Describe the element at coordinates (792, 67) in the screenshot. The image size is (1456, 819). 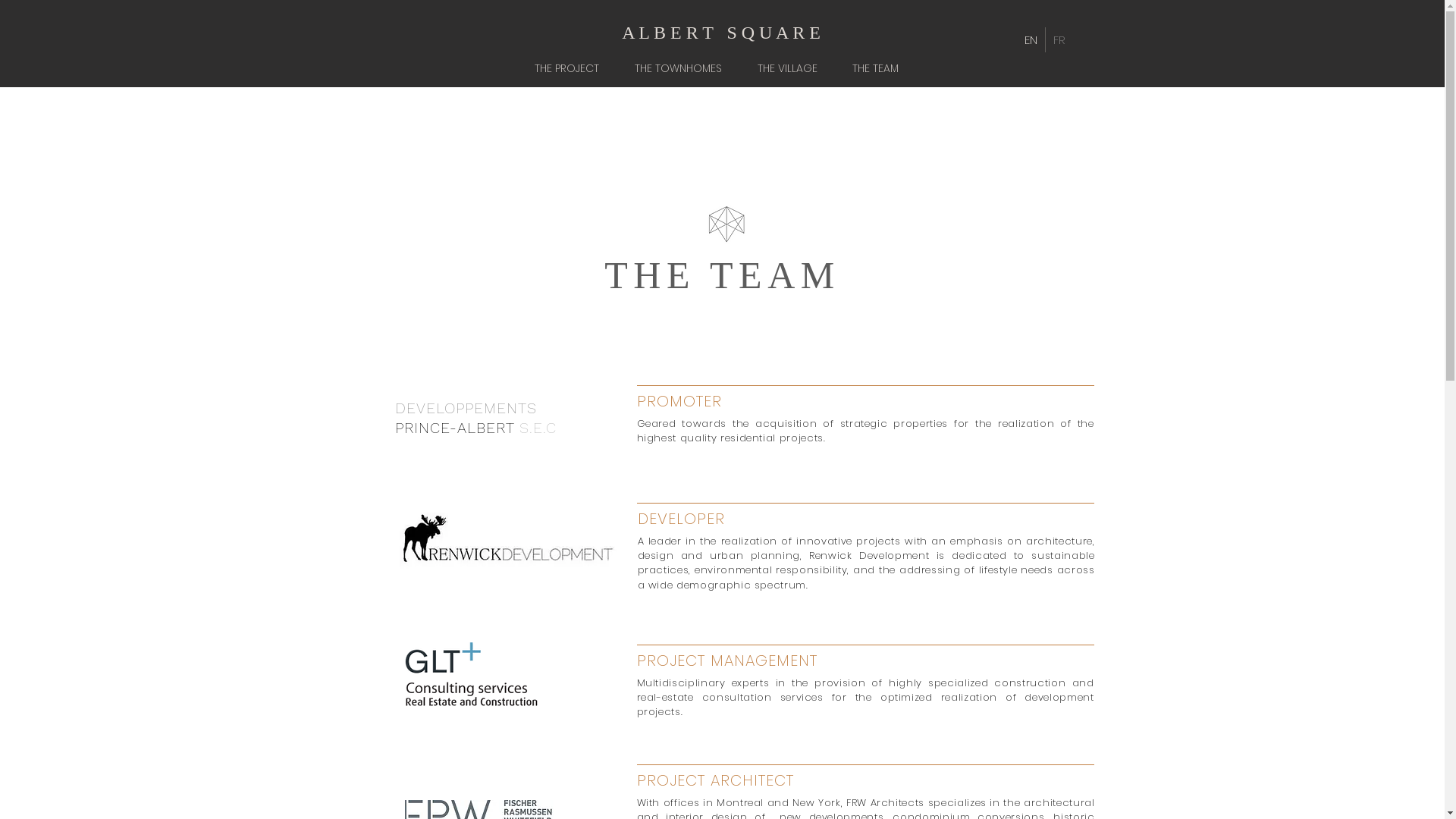
I see `'THE VILLAGE'` at that location.